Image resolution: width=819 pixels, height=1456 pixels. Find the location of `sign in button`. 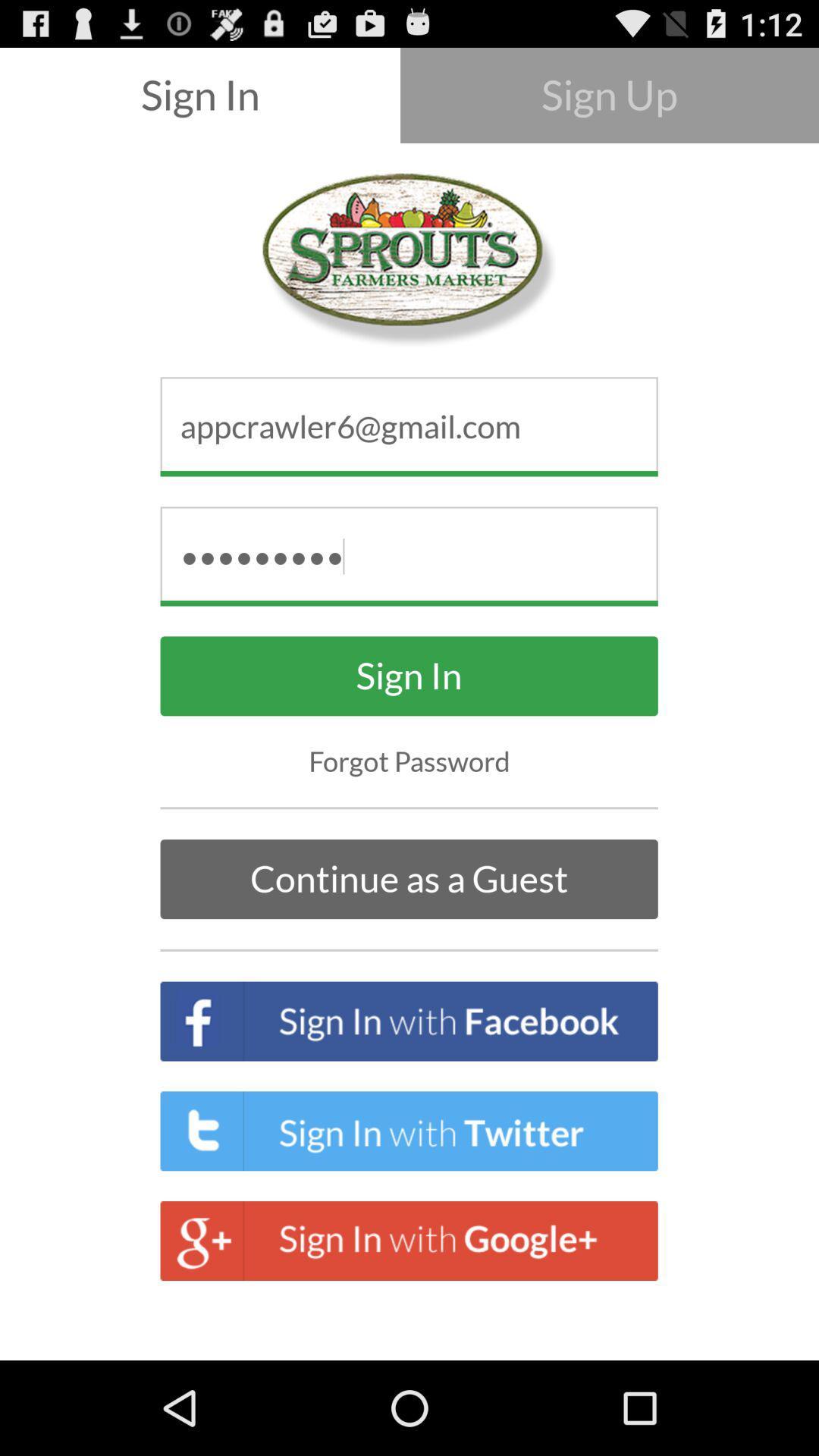

sign in button is located at coordinates (409, 675).